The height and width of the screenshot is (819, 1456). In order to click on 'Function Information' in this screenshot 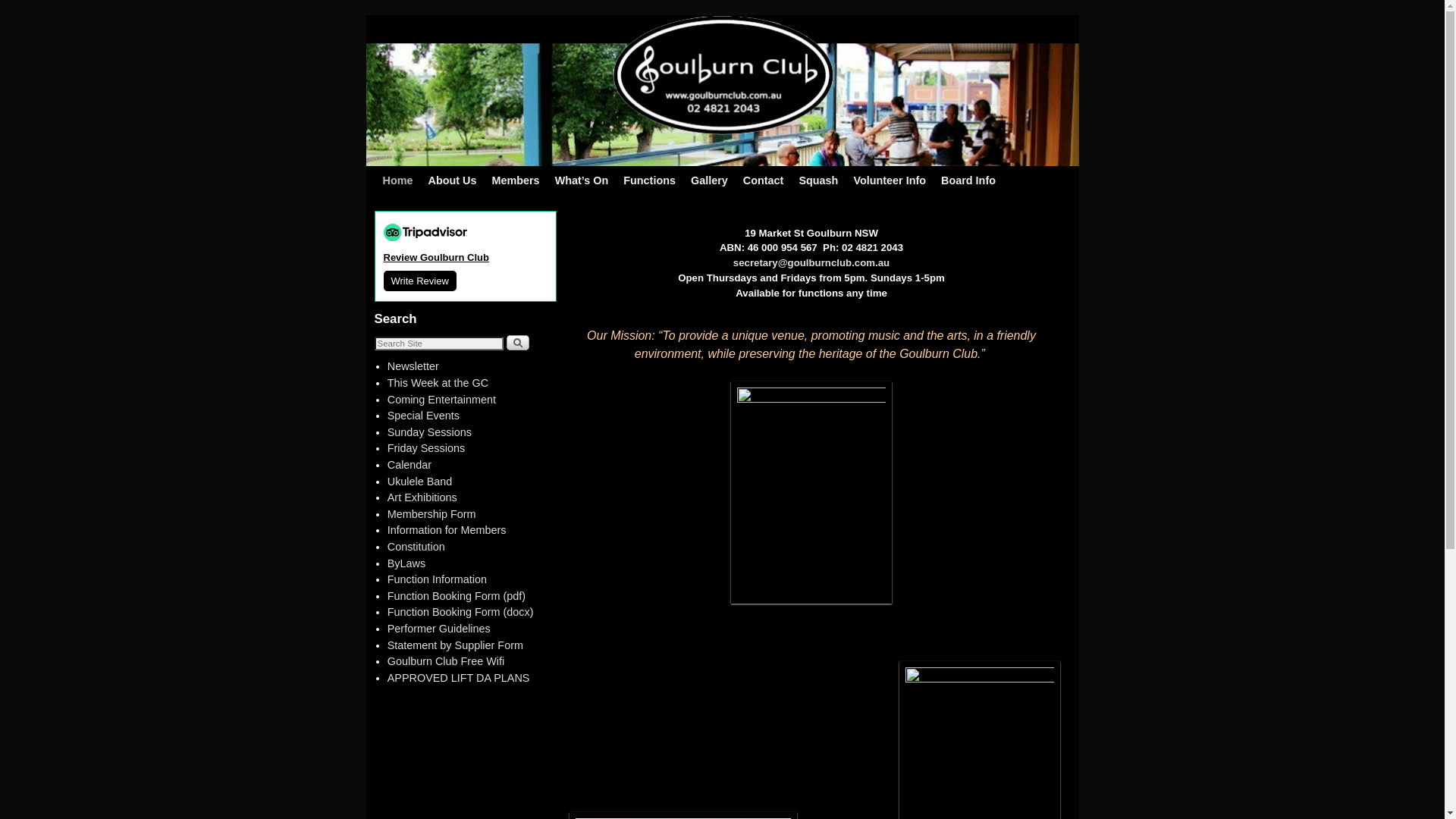, I will do `click(436, 579)`.